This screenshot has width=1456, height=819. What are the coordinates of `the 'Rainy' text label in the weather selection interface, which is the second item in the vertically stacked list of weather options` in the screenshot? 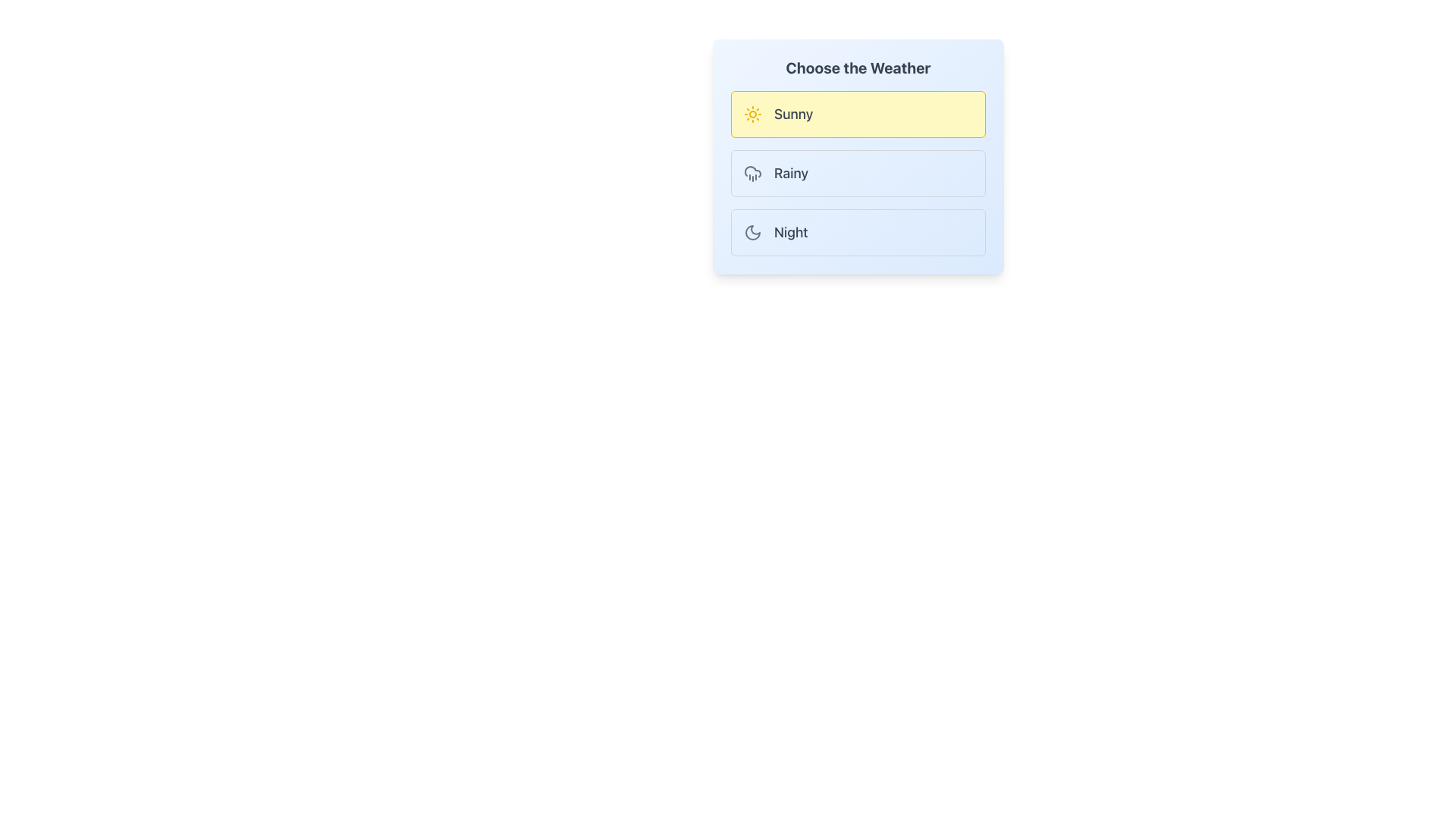 It's located at (790, 172).